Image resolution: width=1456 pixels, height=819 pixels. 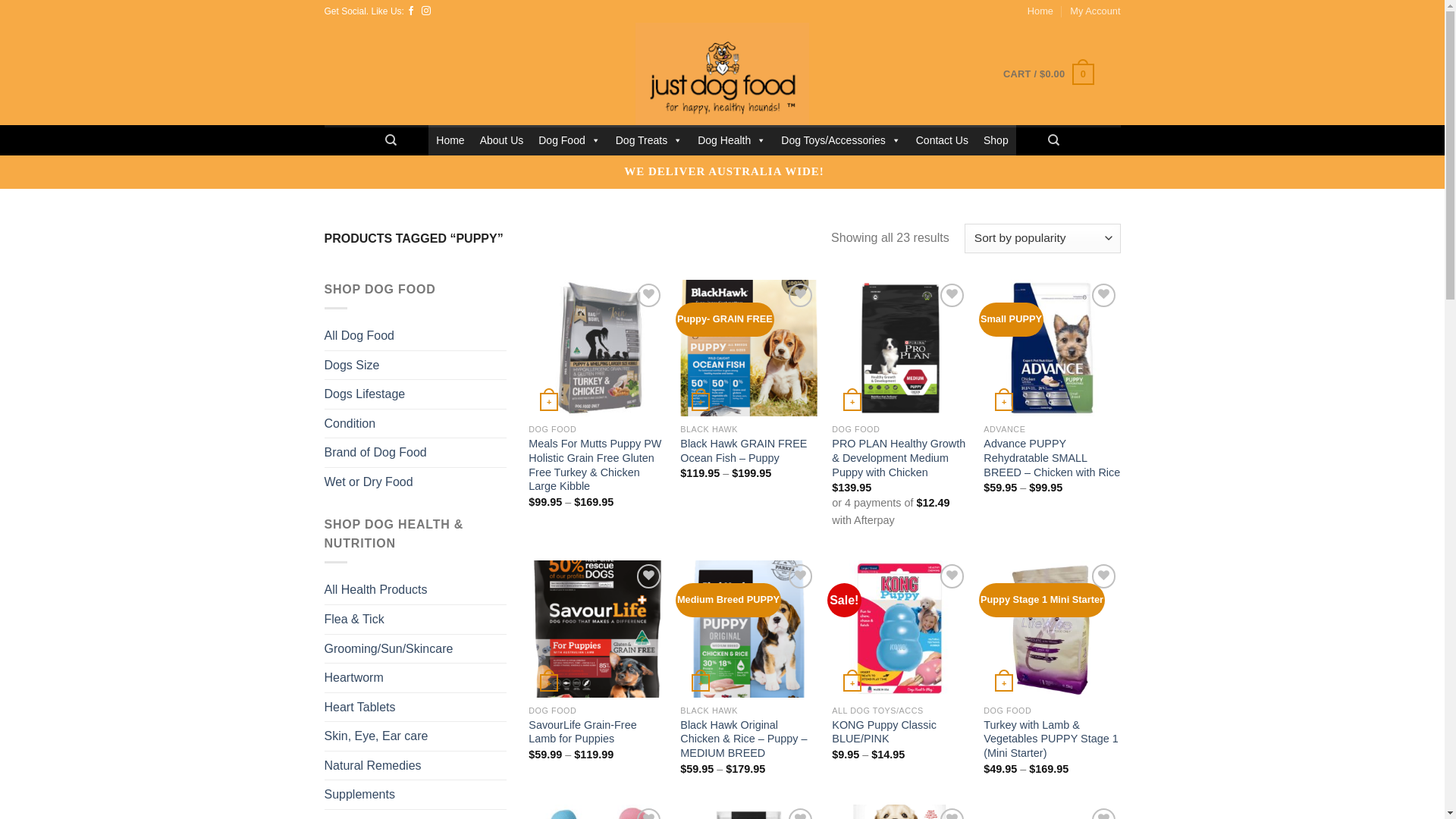 What do you see at coordinates (1051, 739) in the screenshot?
I see `'Turkey with Lamb & Vegetables PUPPY Stage 1 (Mini Starter)'` at bounding box center [1051, 739].